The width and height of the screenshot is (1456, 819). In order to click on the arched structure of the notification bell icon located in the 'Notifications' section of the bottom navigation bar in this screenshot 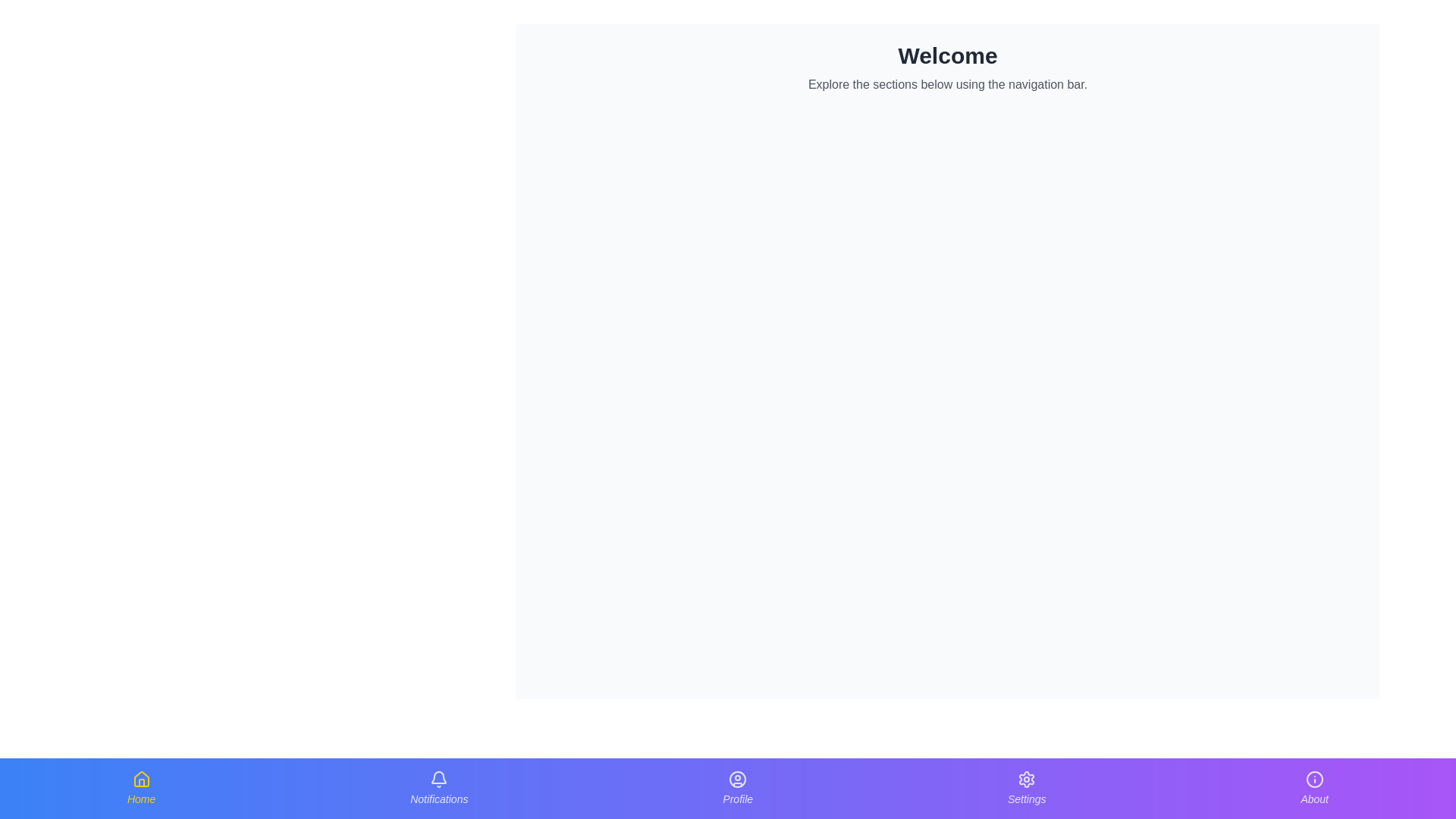, I will do `click(438, 777)`.